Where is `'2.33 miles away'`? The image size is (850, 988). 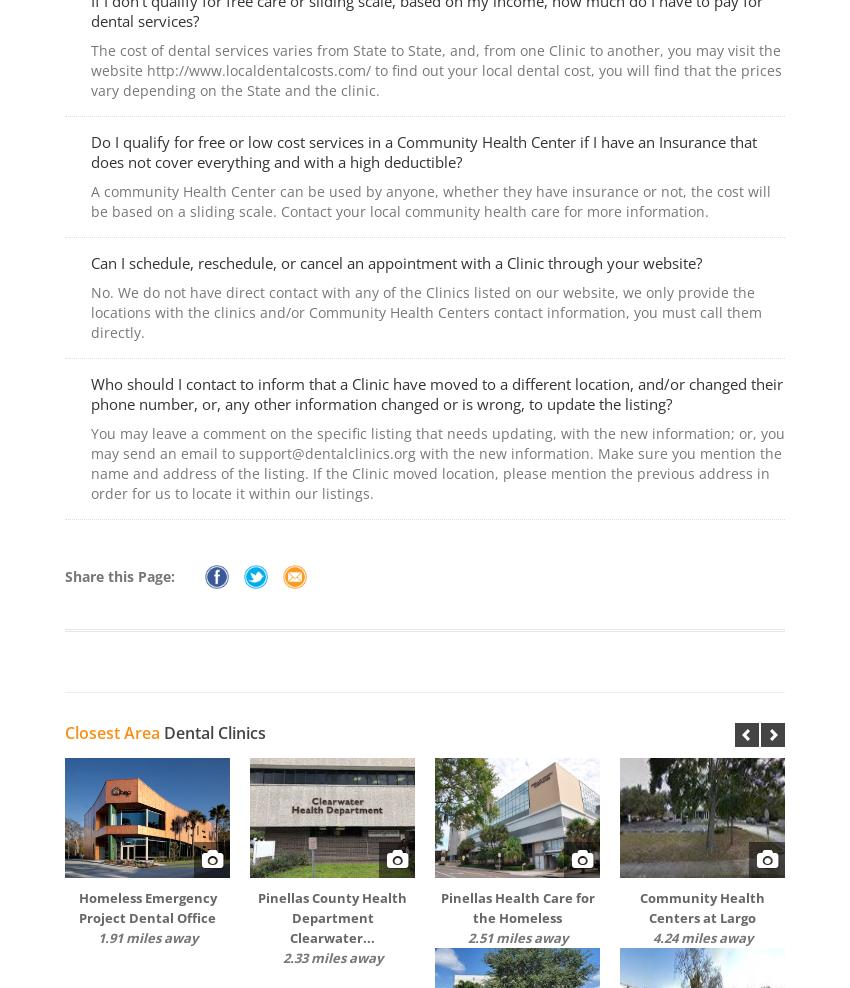 '2.33 miles away' is located at coordinates (332, 957).